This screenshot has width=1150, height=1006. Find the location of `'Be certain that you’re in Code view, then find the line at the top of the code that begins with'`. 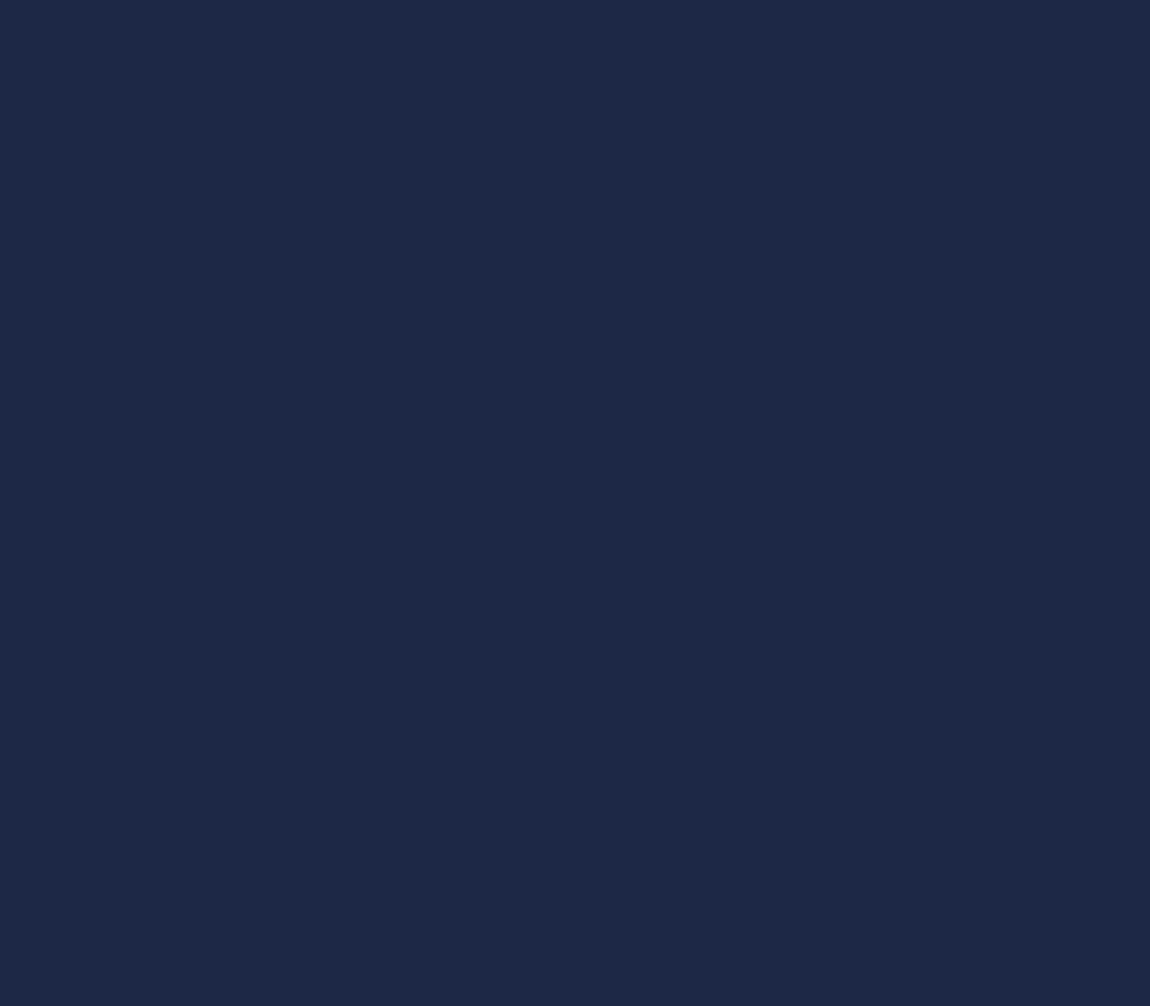

'Be certain that you’re in Code view, then find the line at the top of the code that begins with' is located at coordinates (591, 963).